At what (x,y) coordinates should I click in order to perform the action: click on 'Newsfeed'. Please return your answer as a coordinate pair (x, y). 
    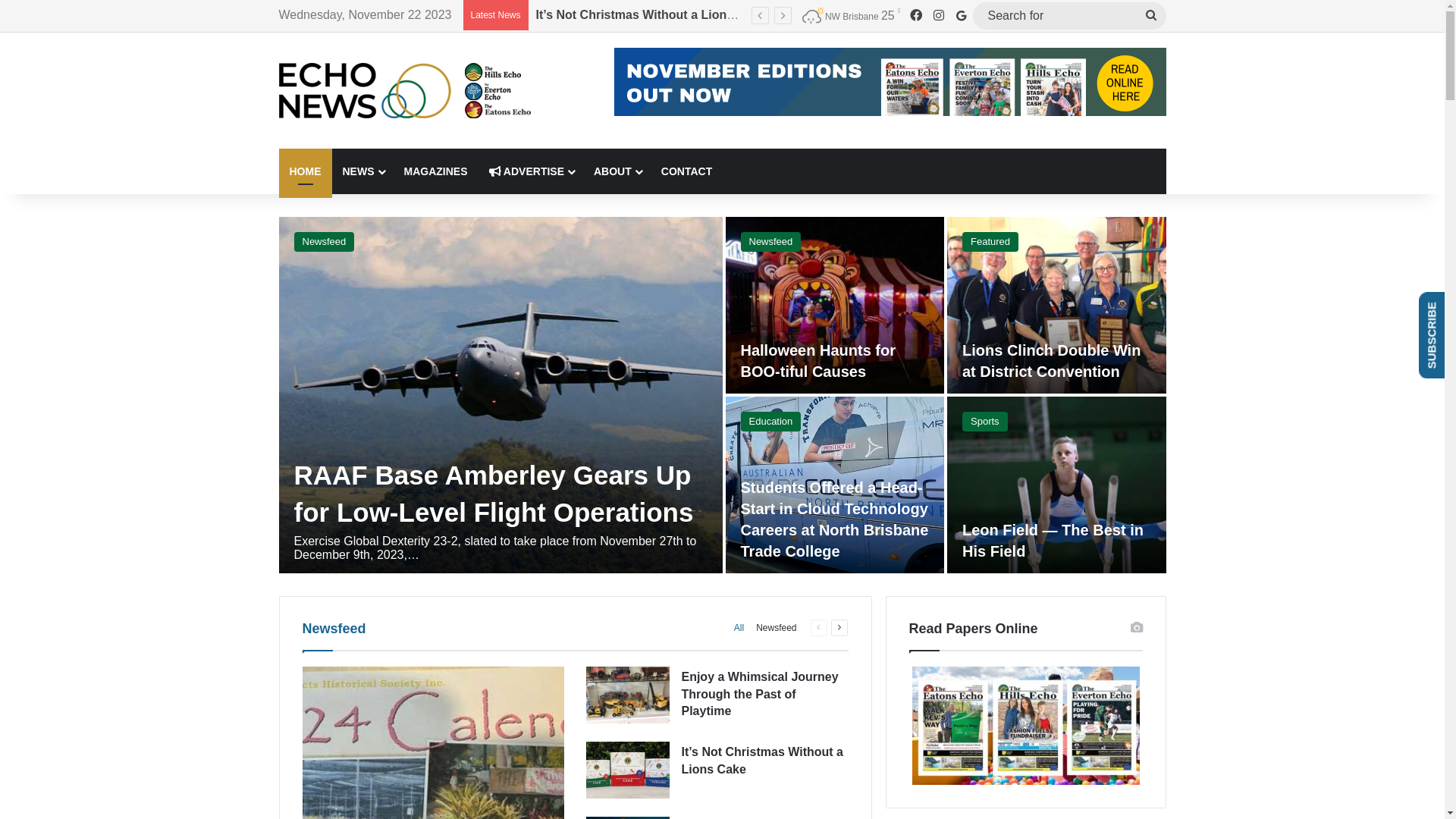
    Looking at the image, I should click on (323, 241).